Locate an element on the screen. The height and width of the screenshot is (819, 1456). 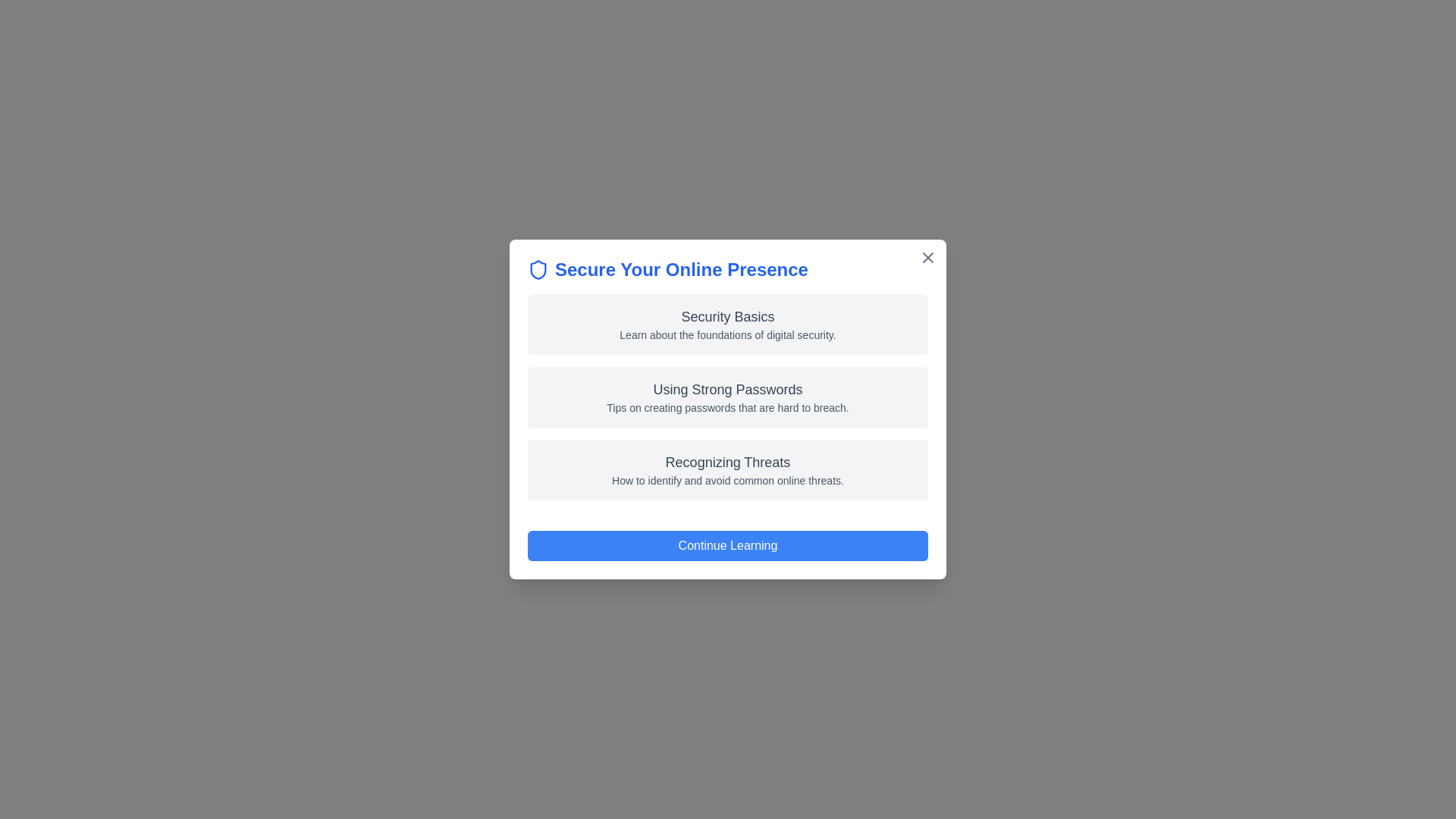
the 'Continue Learning' button to trigger the associated action is located at coordinates (728, 546).